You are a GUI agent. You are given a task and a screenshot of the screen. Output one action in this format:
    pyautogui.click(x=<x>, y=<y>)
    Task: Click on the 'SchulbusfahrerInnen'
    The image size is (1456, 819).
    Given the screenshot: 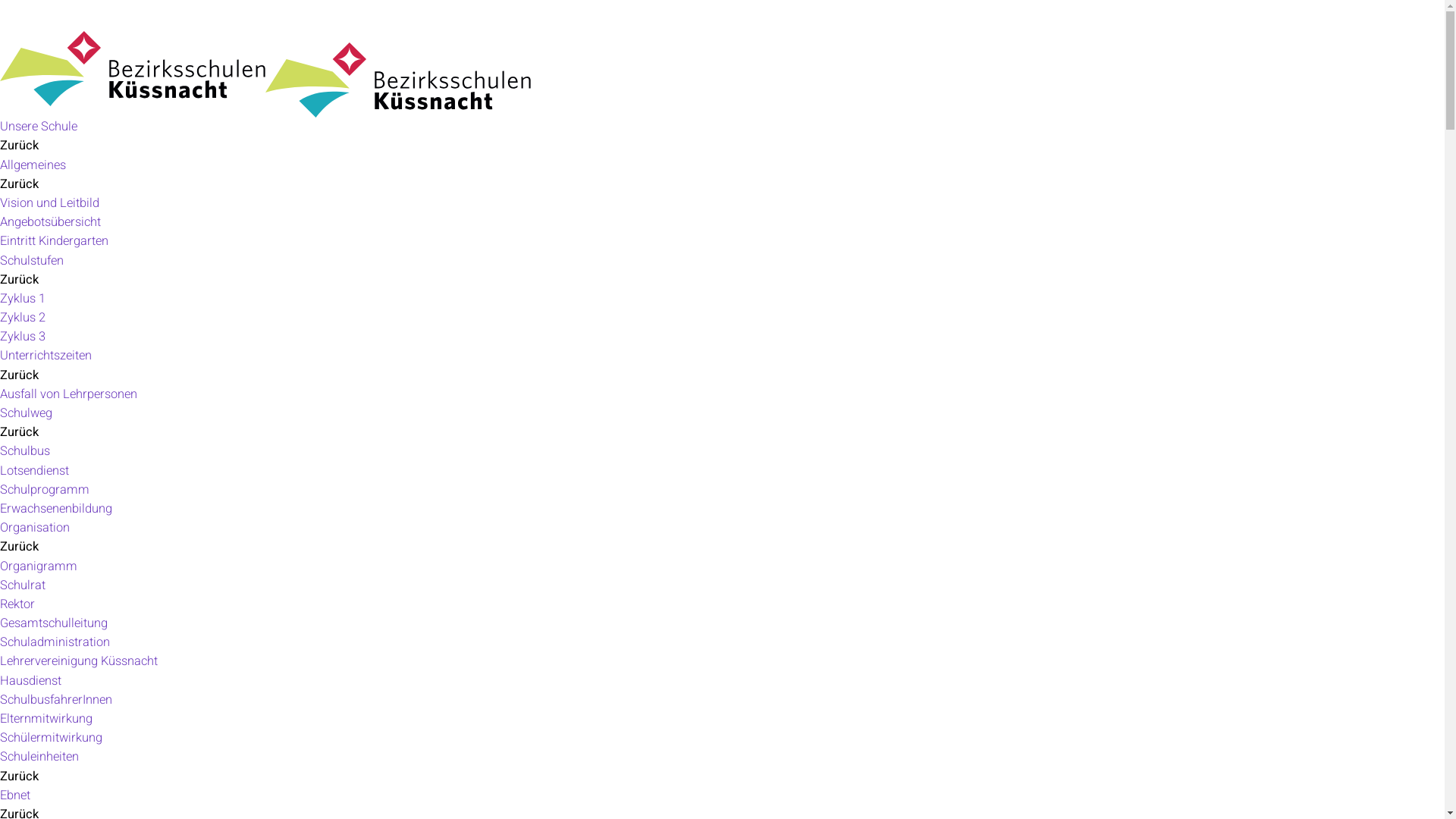 What is the action you would take?
    pyautogui.click(x=55, y=699)
    